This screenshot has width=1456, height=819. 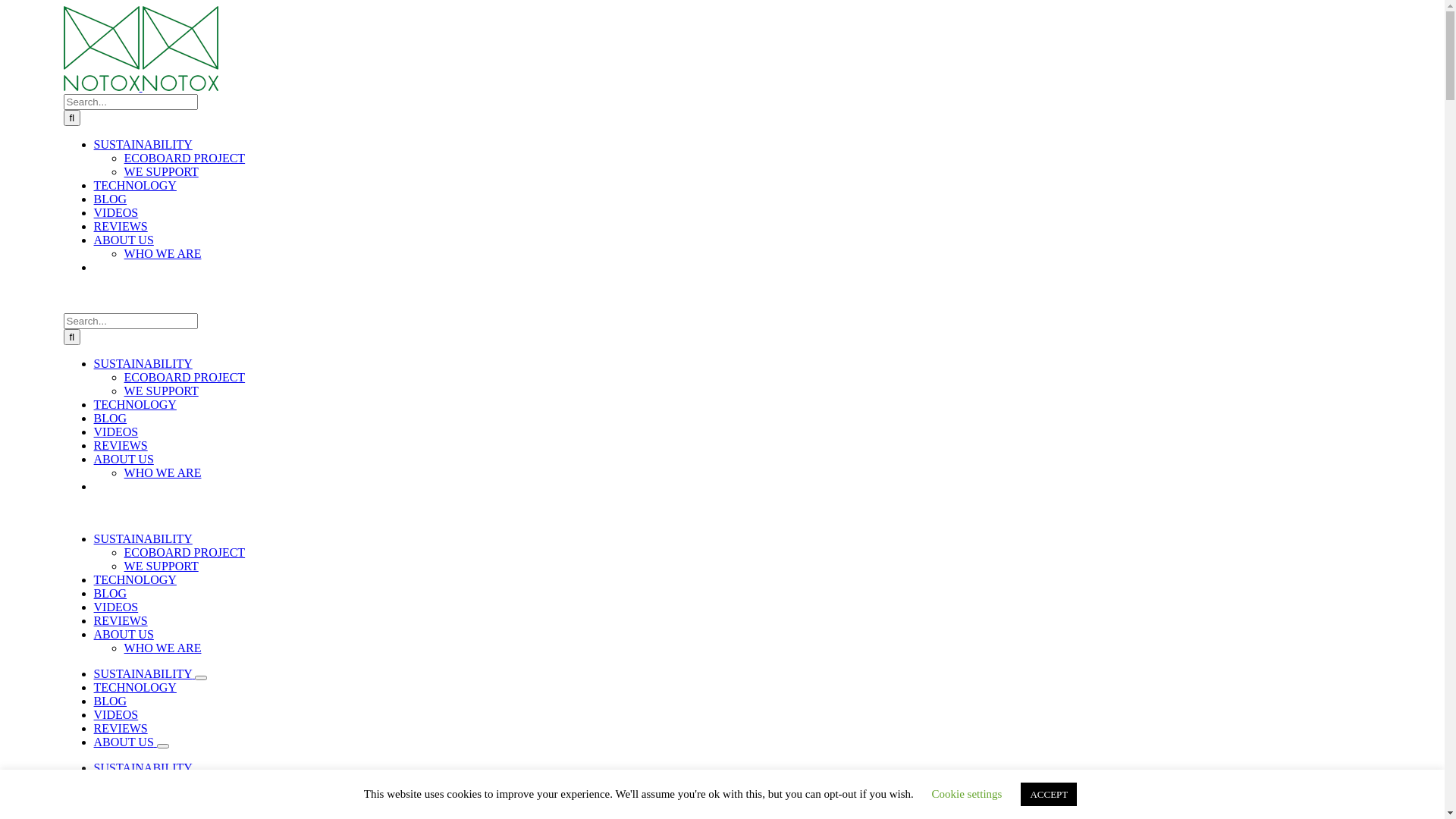 I want to click on 'ACCEPT', so click(x=1047, y=793).